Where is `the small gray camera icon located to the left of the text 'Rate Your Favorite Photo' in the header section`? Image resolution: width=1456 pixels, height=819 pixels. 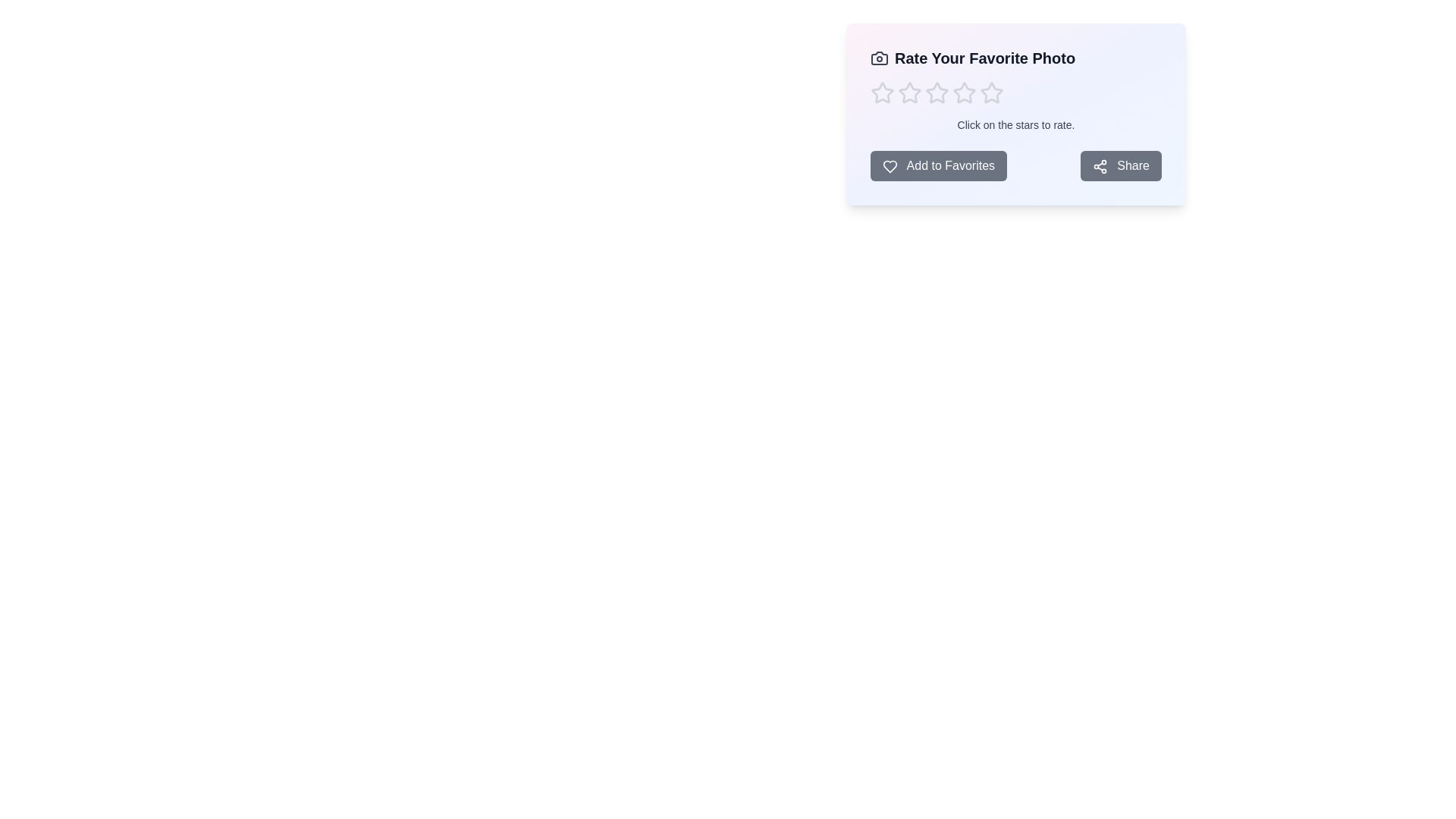
the small gray camera icon located to the left of the text 'Rate Your Favorite Photo' in the header section is located at coordinates (880, 58).